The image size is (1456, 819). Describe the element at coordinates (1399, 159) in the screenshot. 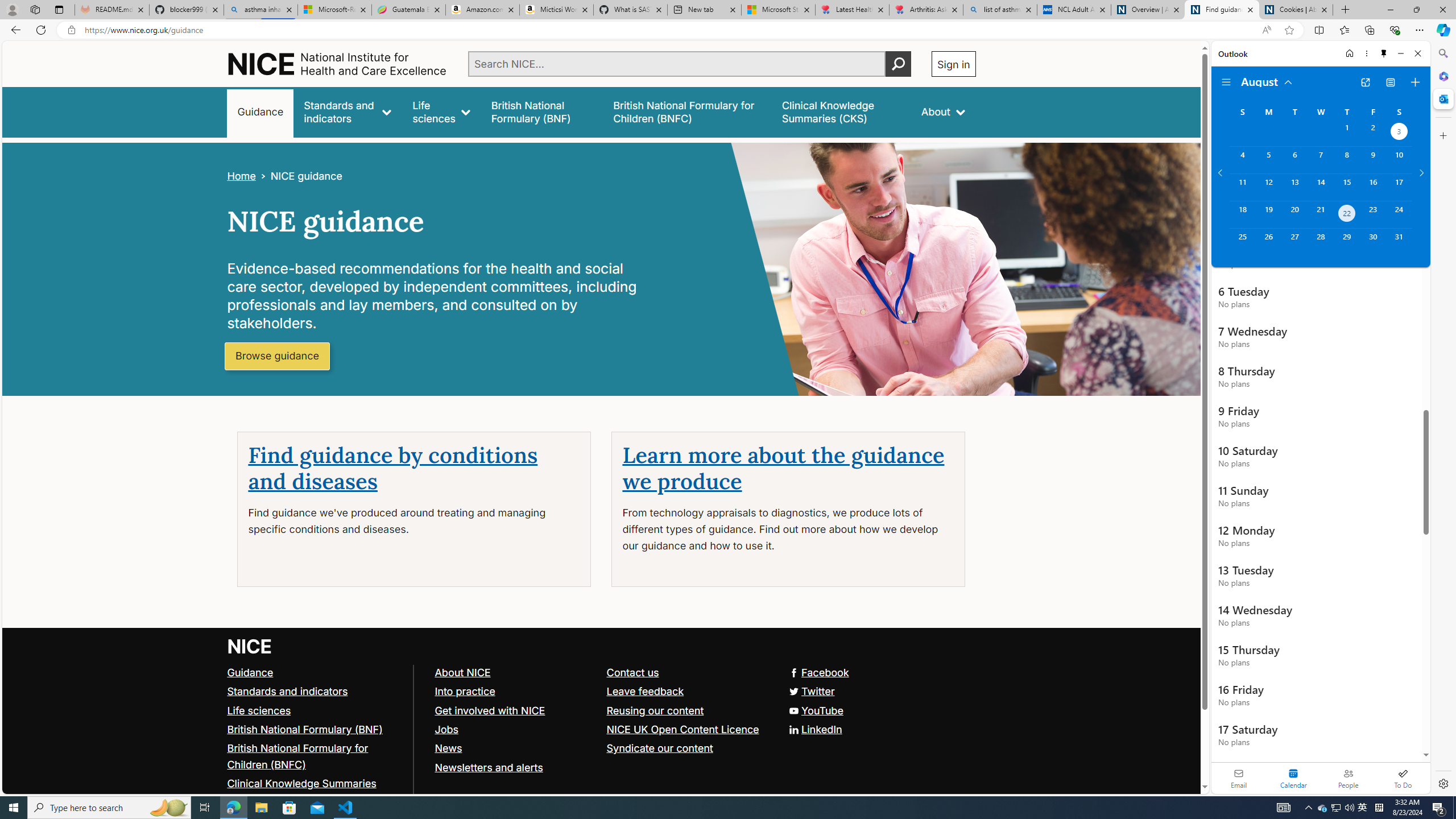

I see `'Saturday, August 10, 2024. '` at that location.